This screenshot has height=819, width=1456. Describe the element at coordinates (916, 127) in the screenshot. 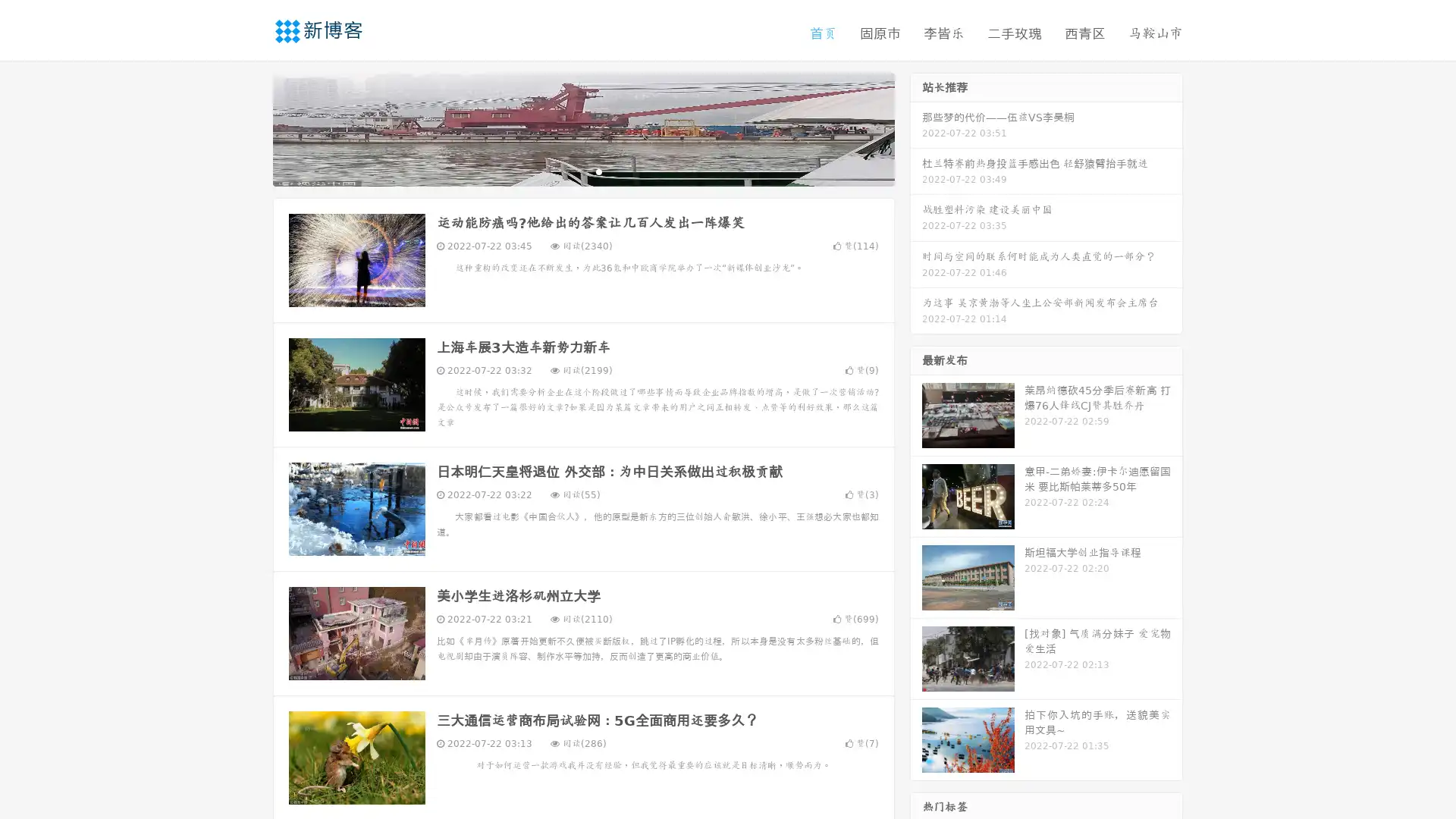

I see `Next slide` at that location.